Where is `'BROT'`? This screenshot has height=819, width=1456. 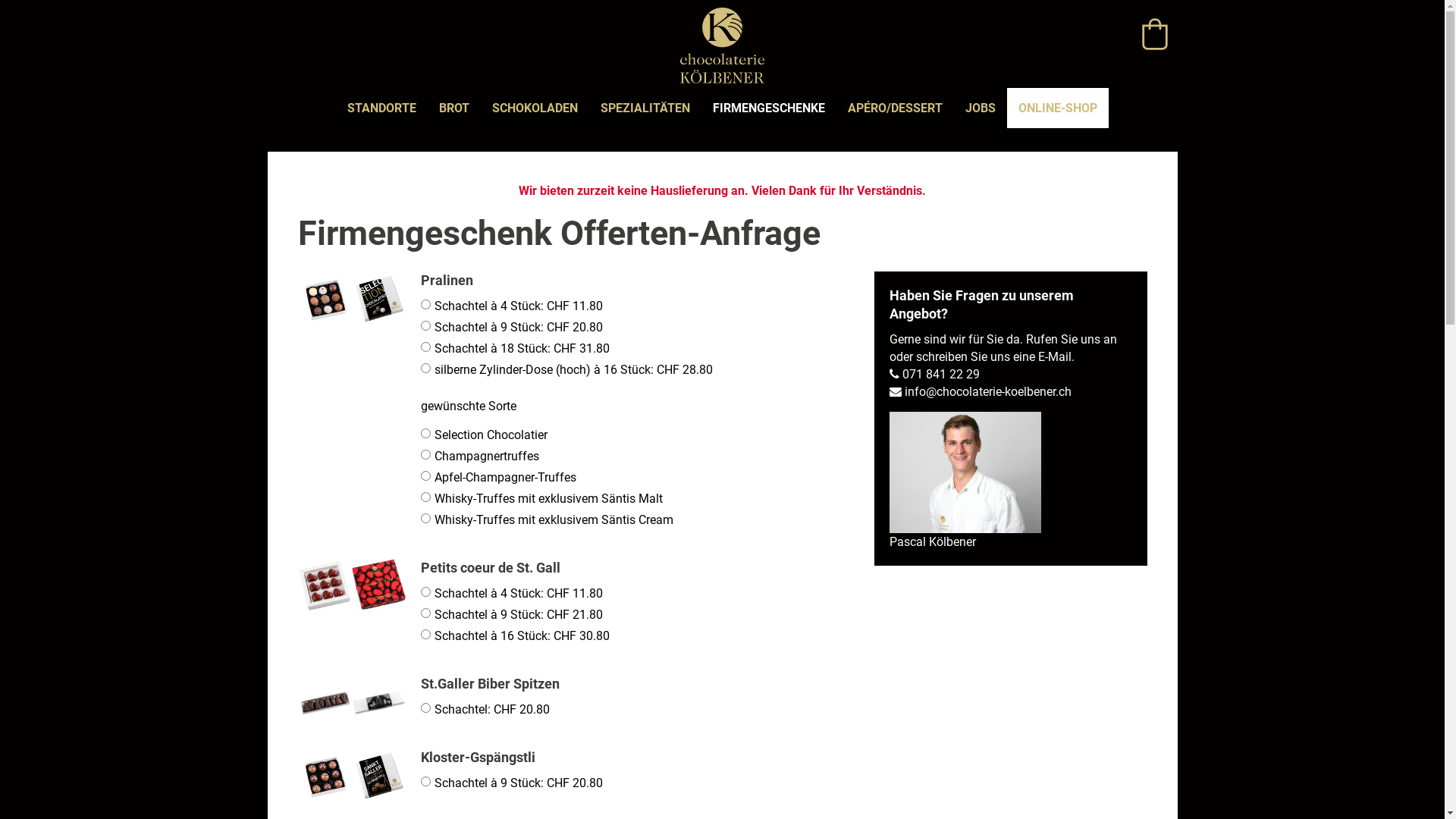
'BROT' is located at coordinates (427, 107).